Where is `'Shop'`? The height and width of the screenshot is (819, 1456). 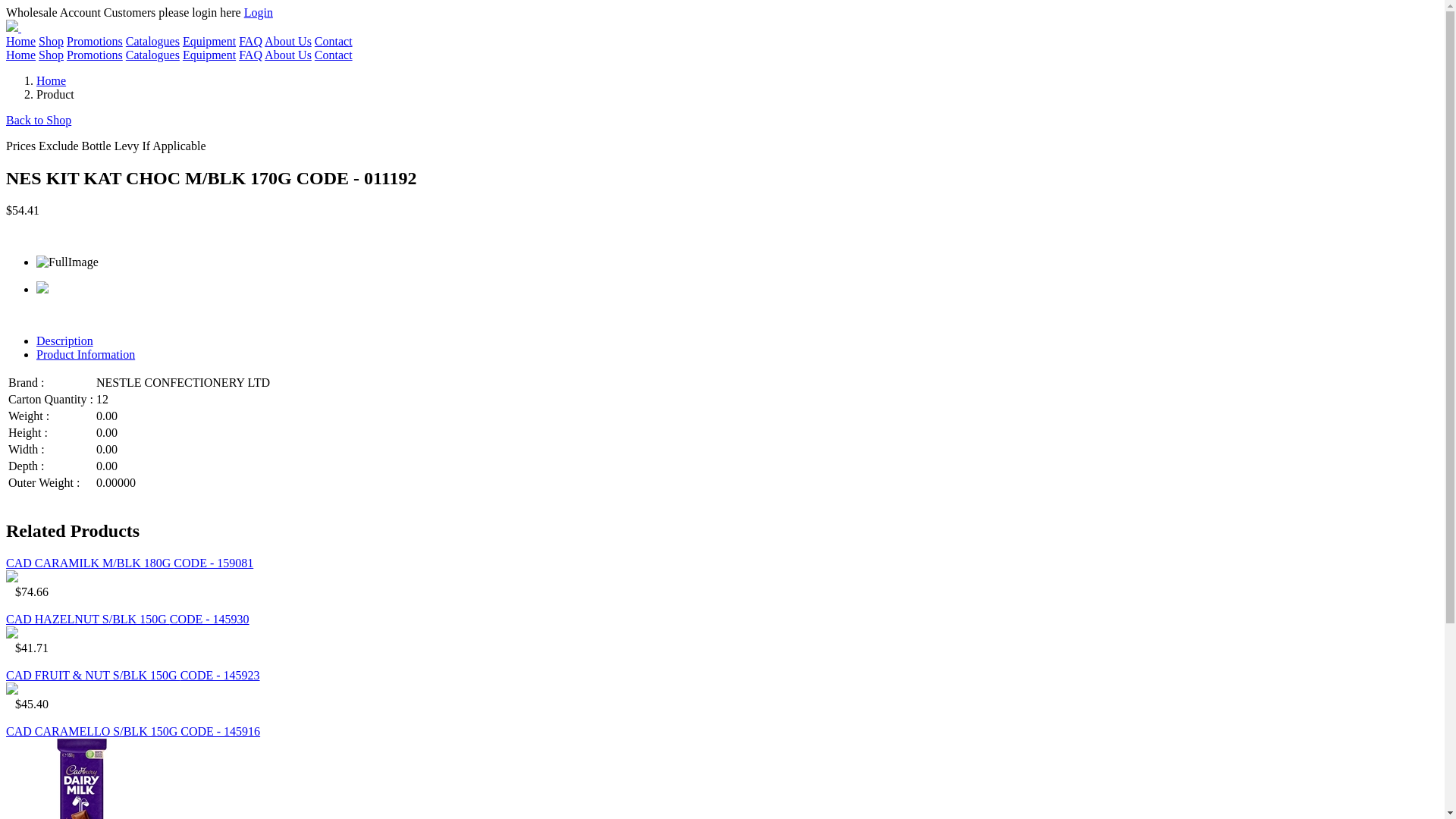
'Shop' is located at coordinates (51, 40).